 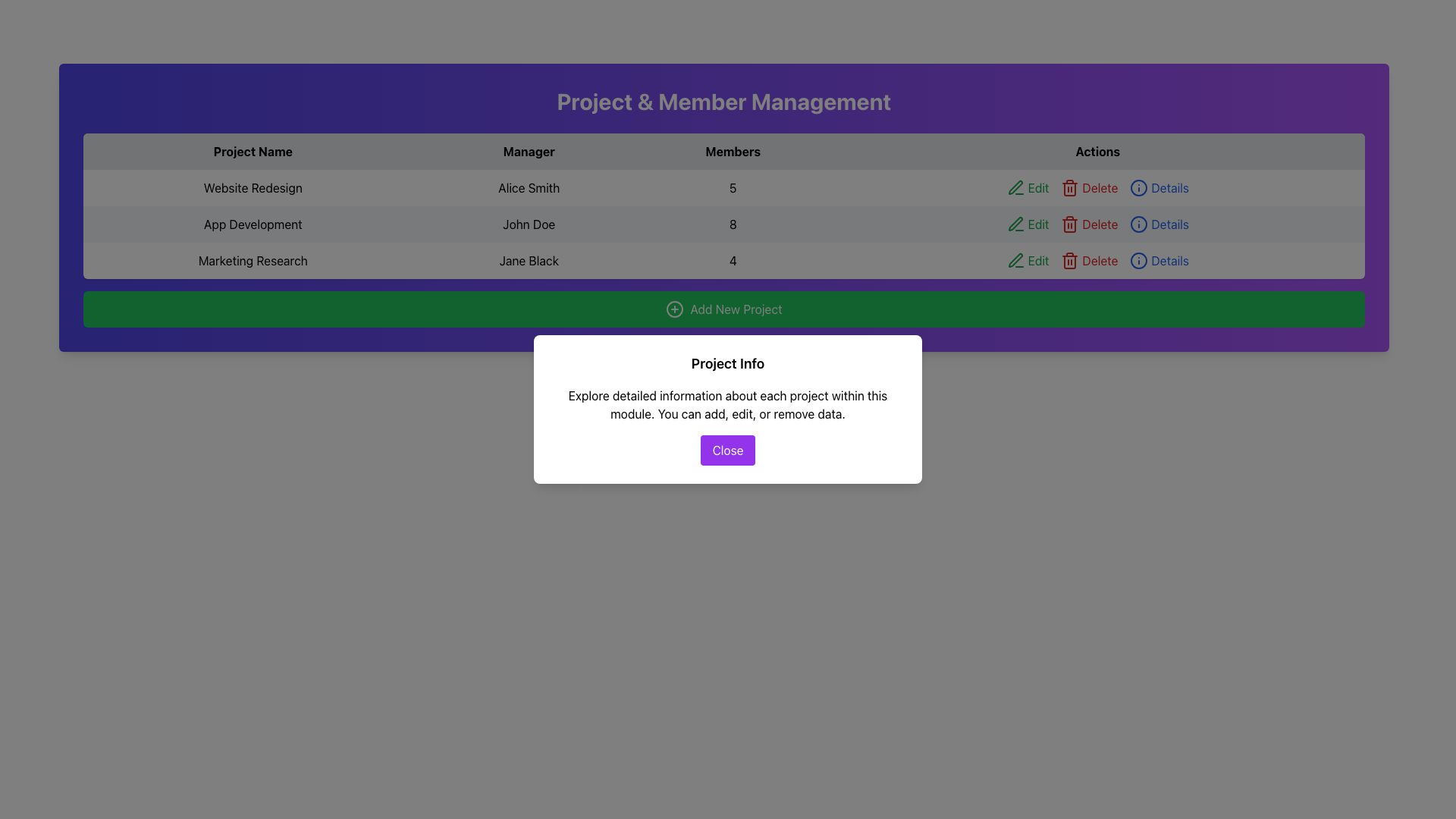 I want to click on the Circular Icon, which is an information symbol outlined with a thick stroke in blue color, located in the 'Actions' column of the table to possibly see a tooltip, so click(x=1139, y=187).